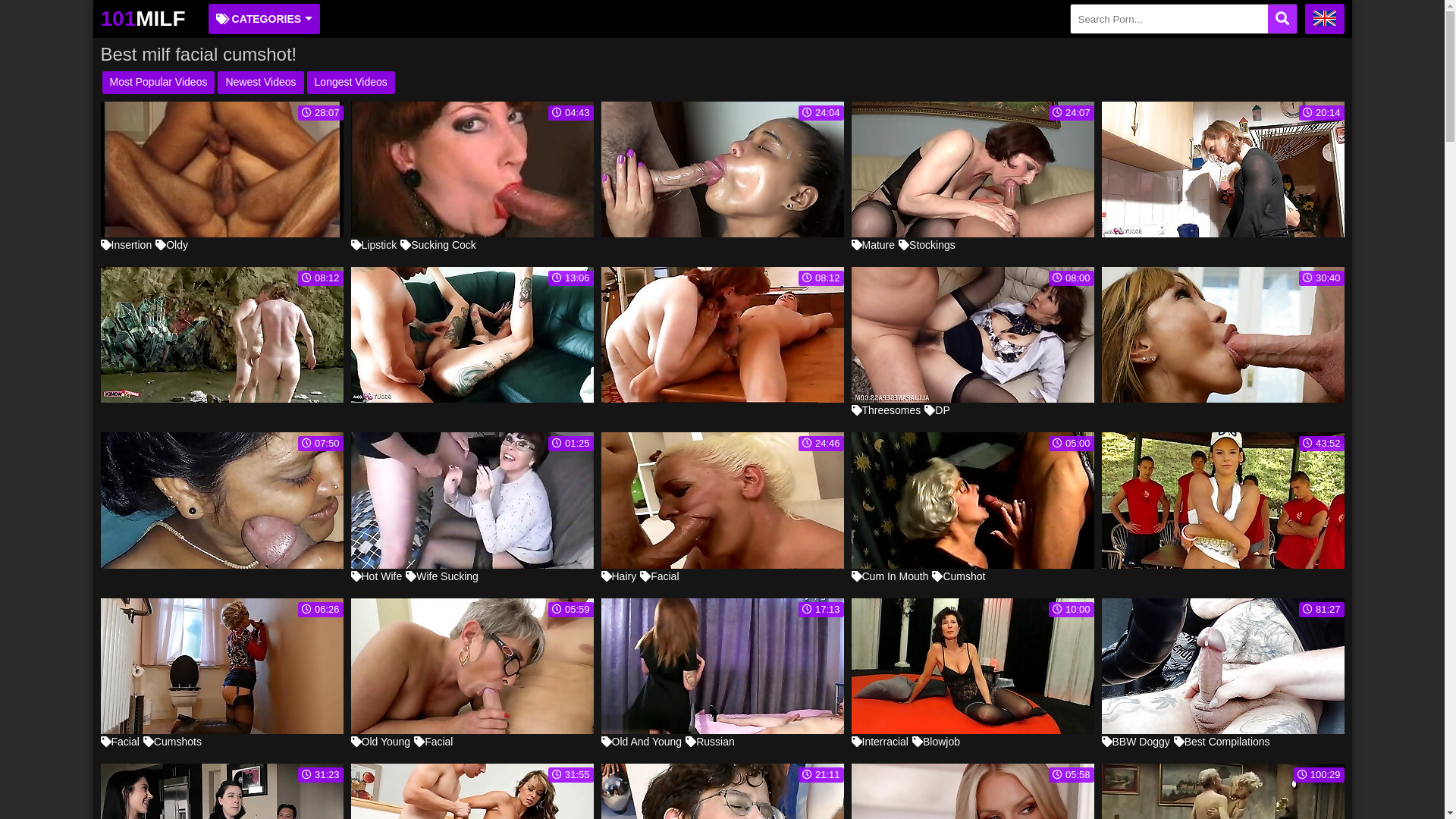 This screenshot has width=1456, height=819. Describe the element at coordinates (158, 82) in the screenshot. I see `'Most Popular Videos'` at that location.